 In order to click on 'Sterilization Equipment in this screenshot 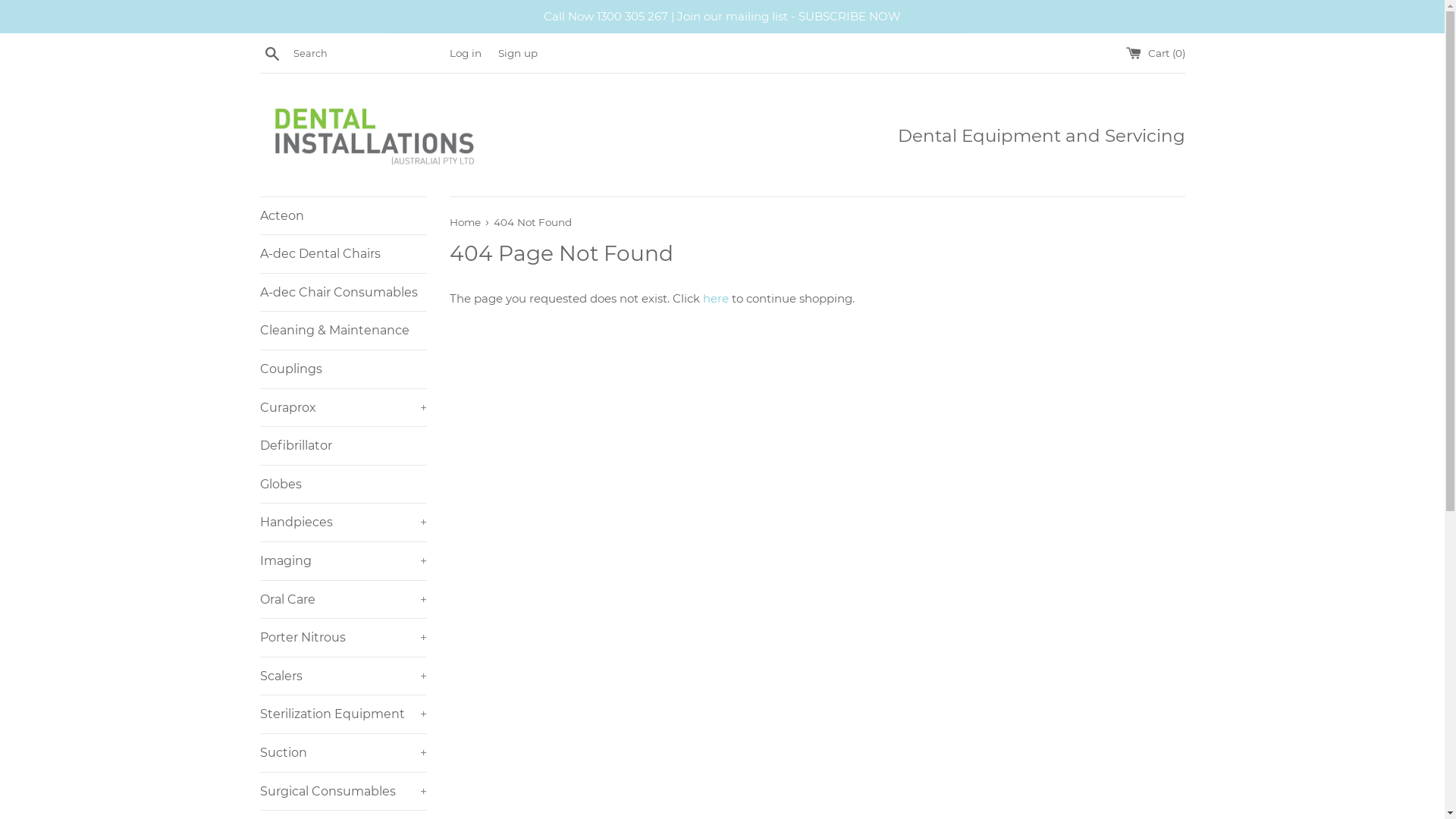, I will do `click(341, 714)`.